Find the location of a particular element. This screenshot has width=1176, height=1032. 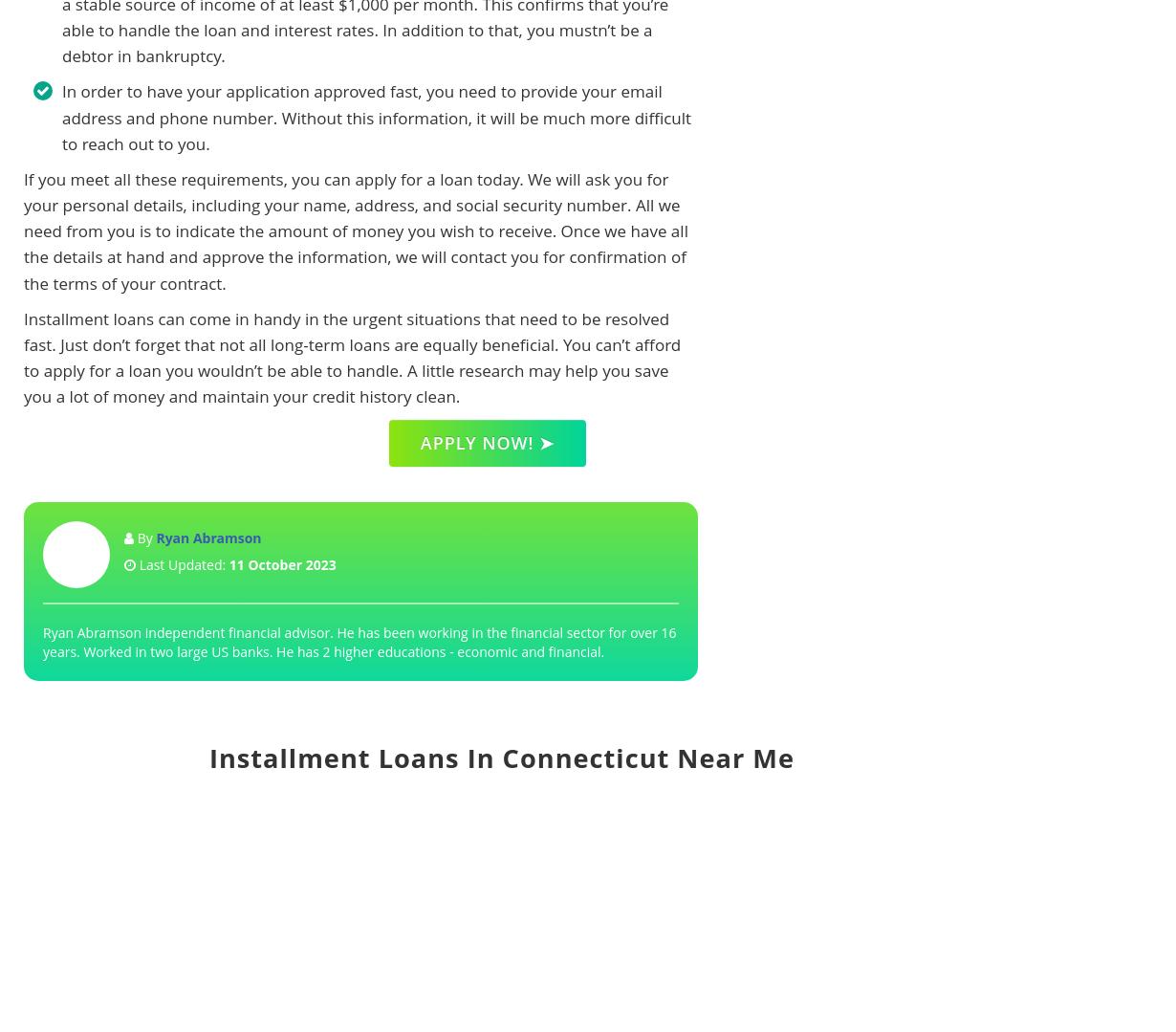

'In order to have your application approved fast, you need to provide your email address and phone number. Without this information, it will be much more difficult to reach out to you.' is located at coordinates (375, 117).